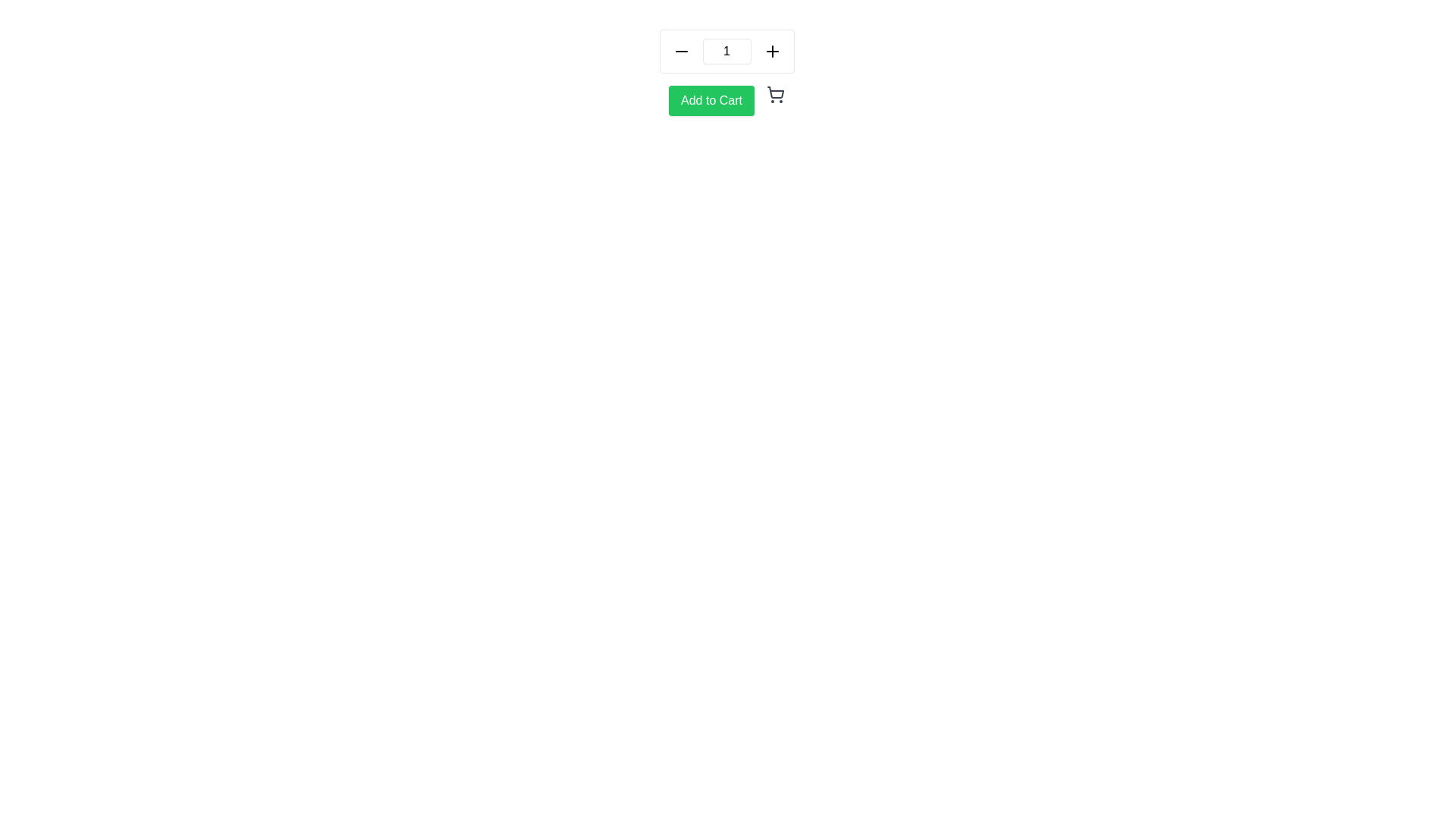 The width and height of the screenshot is (1456, 819). What do you see at coordinates (775, 94) in the screenshot?
I see `the shopping cart icon, which is a minimalistic gray outline style icon with two circular wheels and an open basket, located adjacent to the 'Add to Cart' button` at bounding box center [775, 94].